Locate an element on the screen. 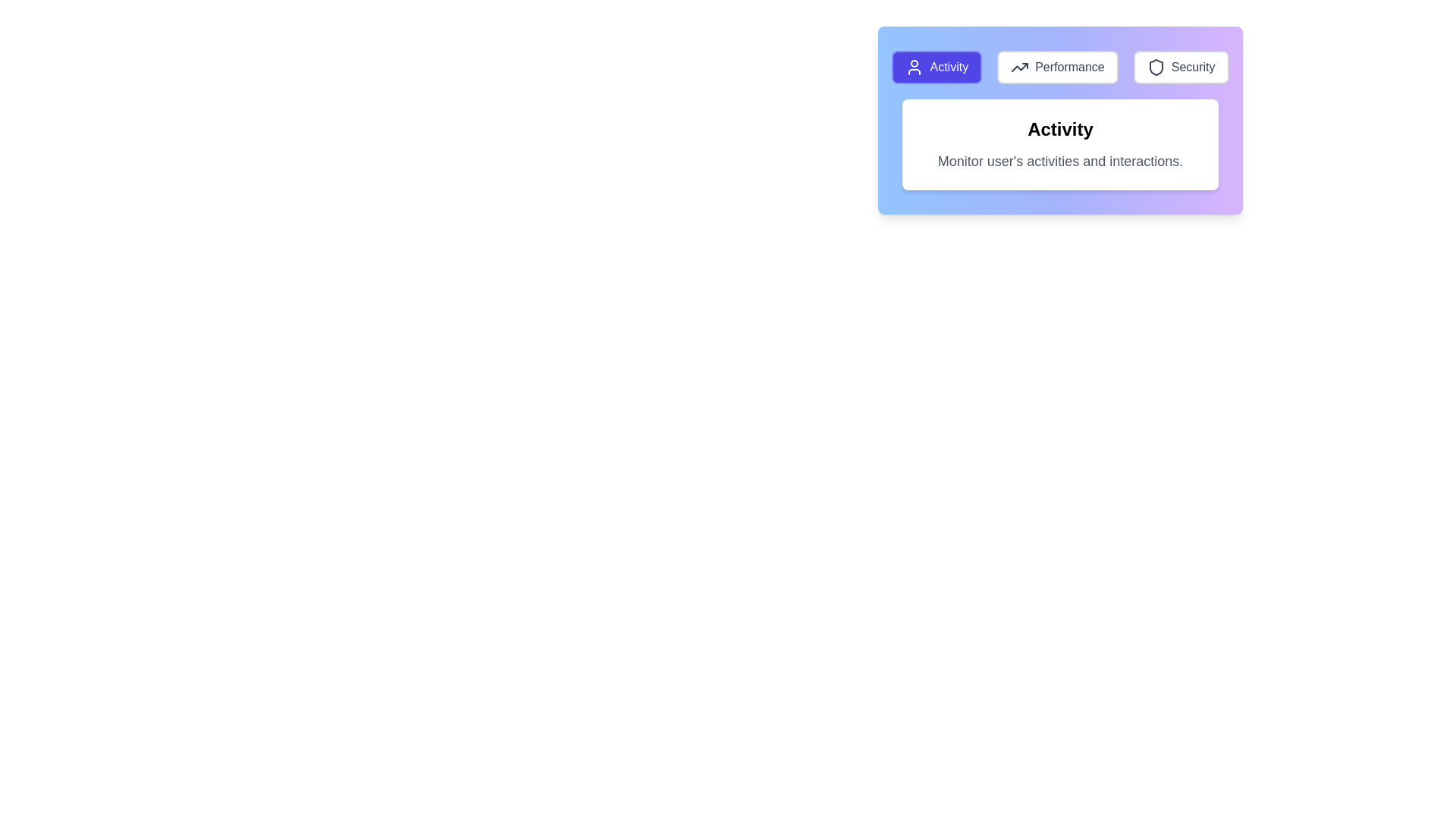 Image resolution: width=1456 pixels, height=819 pixels. the 'Performance' button in the Navigation button group is located at coordinates (1059, 66).